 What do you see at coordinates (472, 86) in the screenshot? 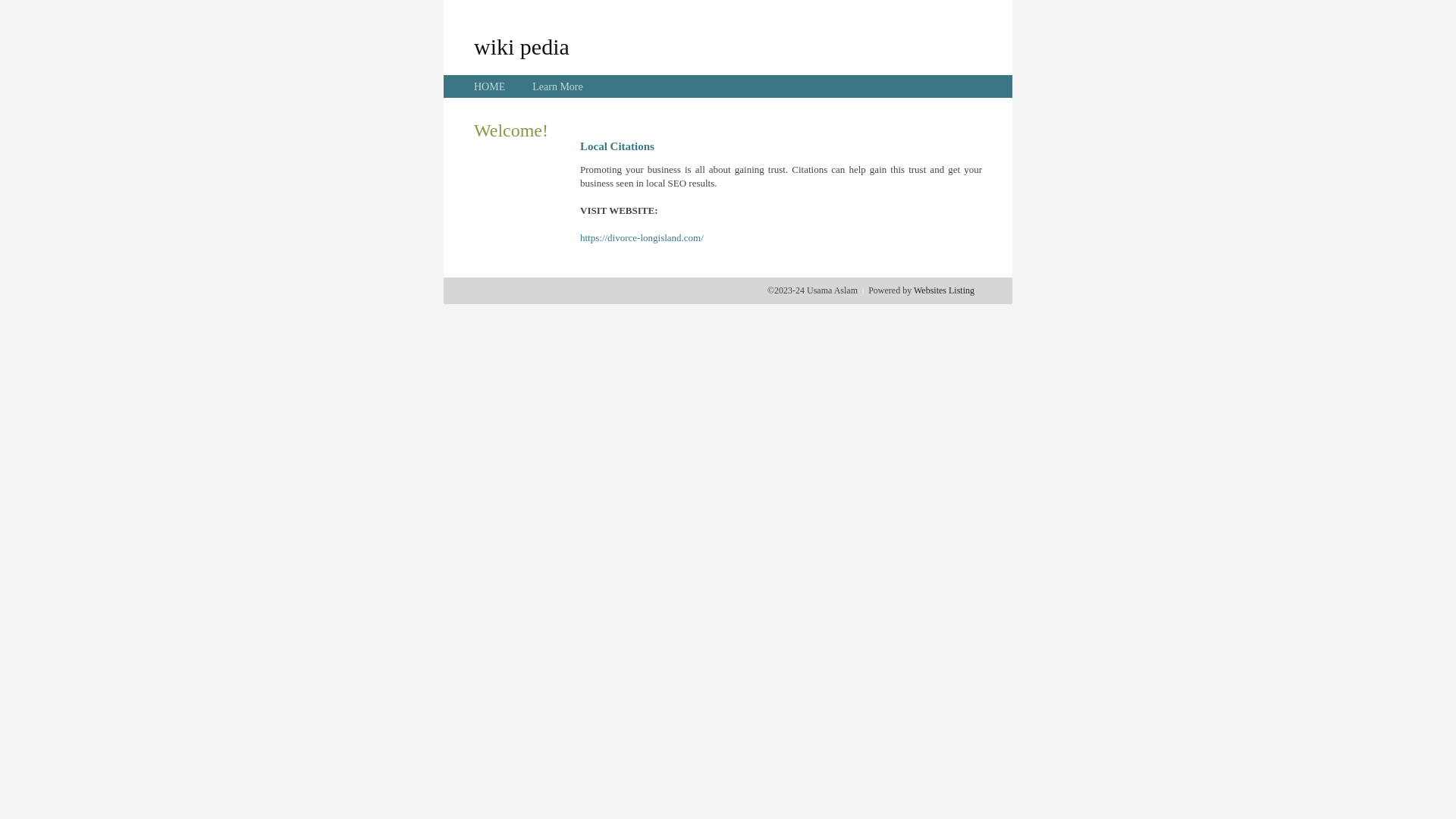
I see `'HOME'` at bounding box center [472, 86].